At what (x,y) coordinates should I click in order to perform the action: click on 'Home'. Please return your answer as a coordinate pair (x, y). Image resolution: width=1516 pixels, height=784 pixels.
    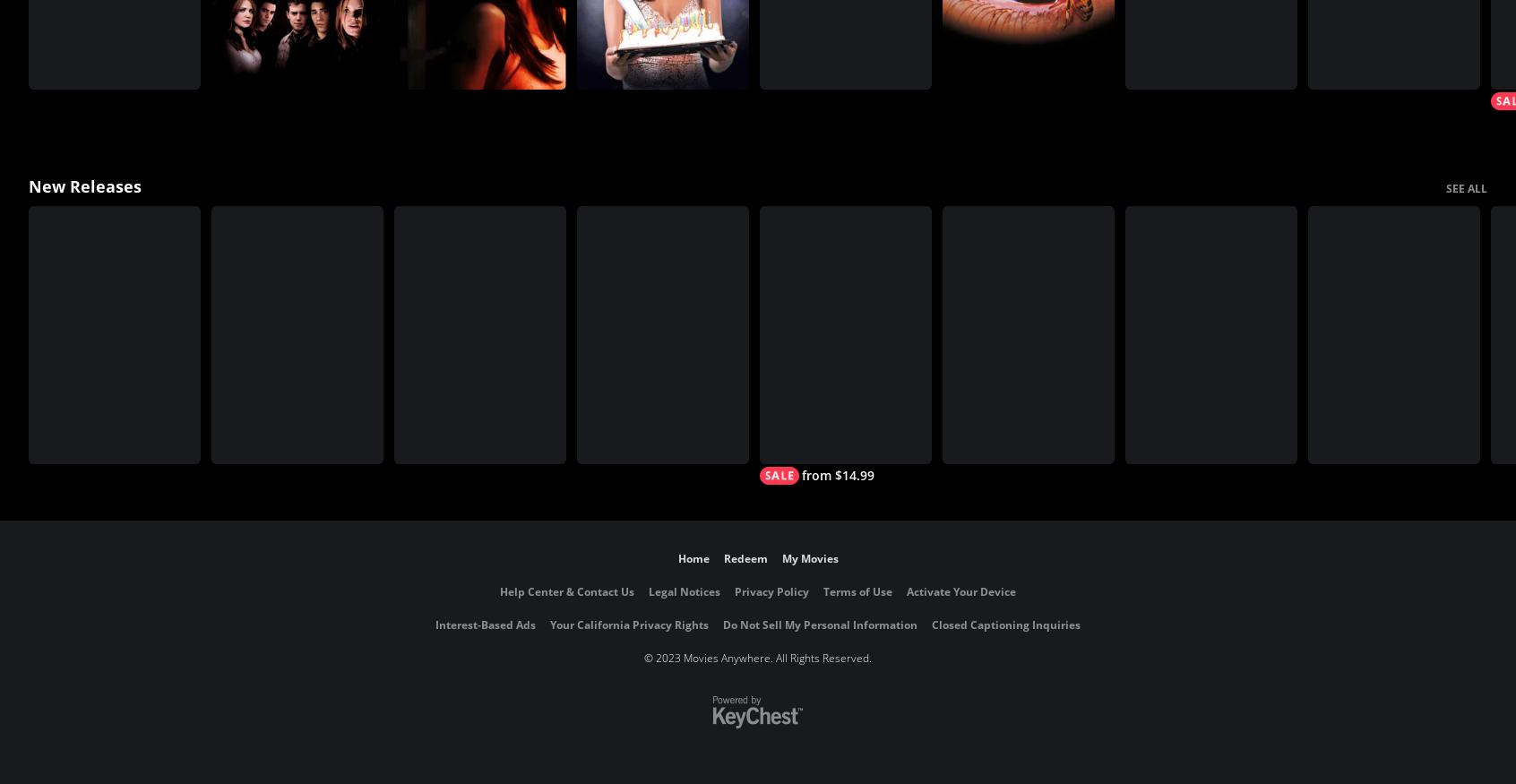
    Looking at the image, I should click on (692, 558).